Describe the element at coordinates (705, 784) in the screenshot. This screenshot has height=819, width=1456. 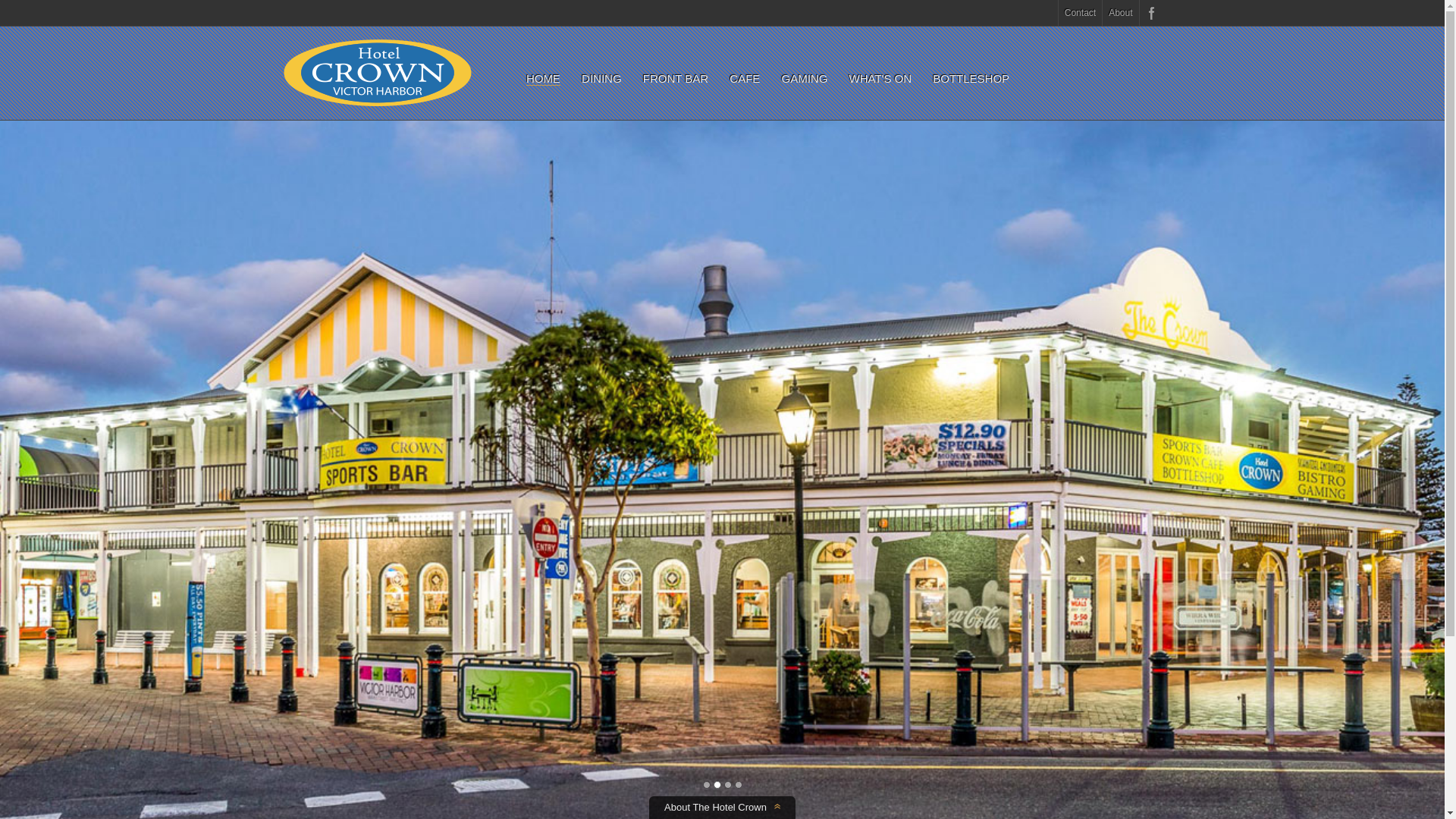
I see `'1'` at that location.